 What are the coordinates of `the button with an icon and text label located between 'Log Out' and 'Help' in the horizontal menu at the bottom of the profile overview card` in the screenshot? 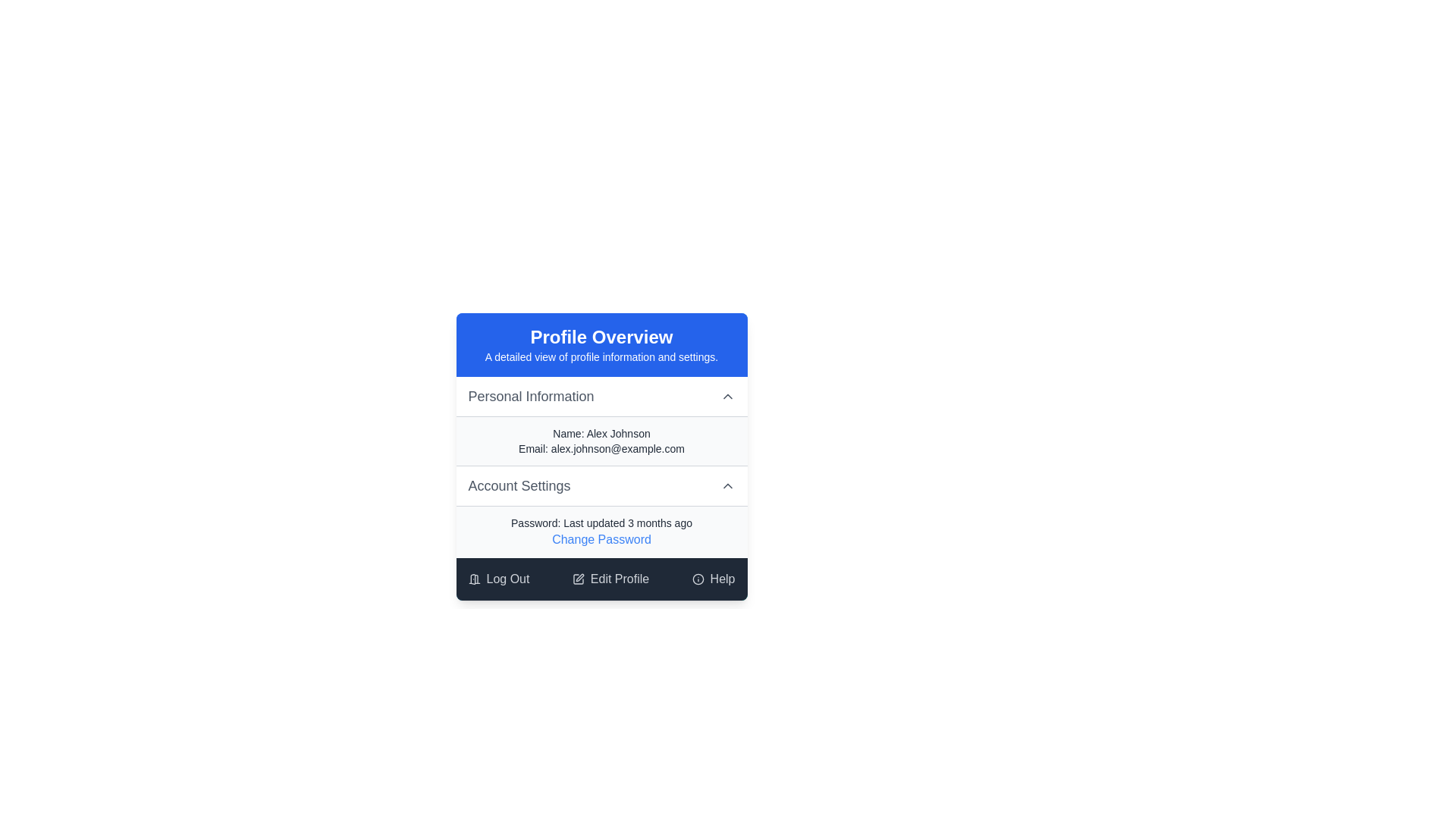 It's located at (610, 579).